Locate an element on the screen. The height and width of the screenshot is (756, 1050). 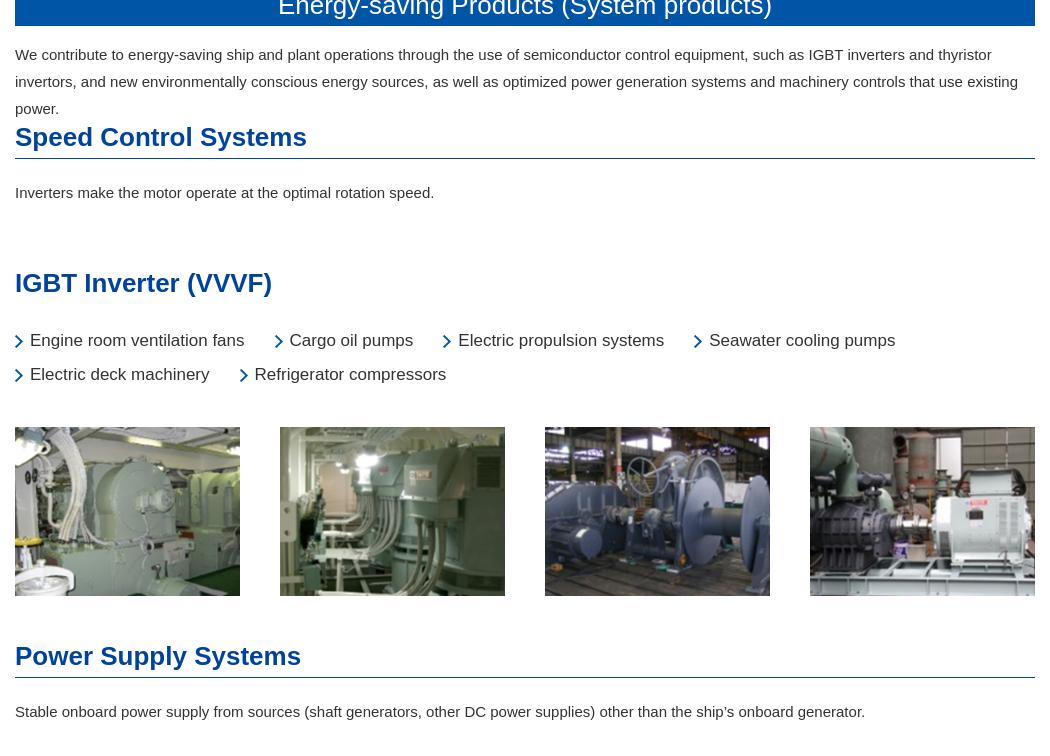
'Seawater cooling pumps' is located at coordinates (800, 340).